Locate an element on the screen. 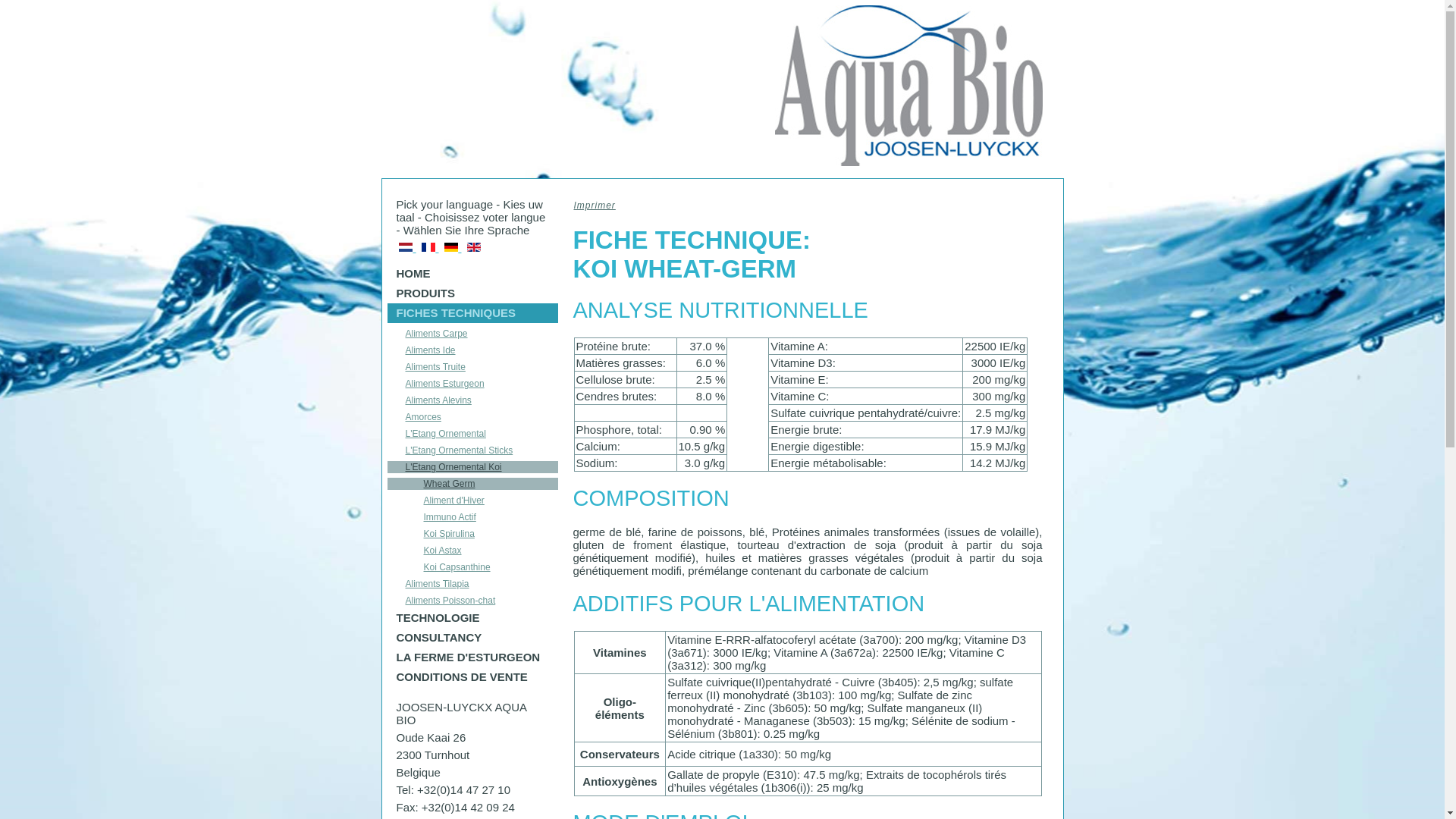 The width and height of the screenshot is (1456, 819). 'Deutch (DE)' is located at coordinates (450, 246).